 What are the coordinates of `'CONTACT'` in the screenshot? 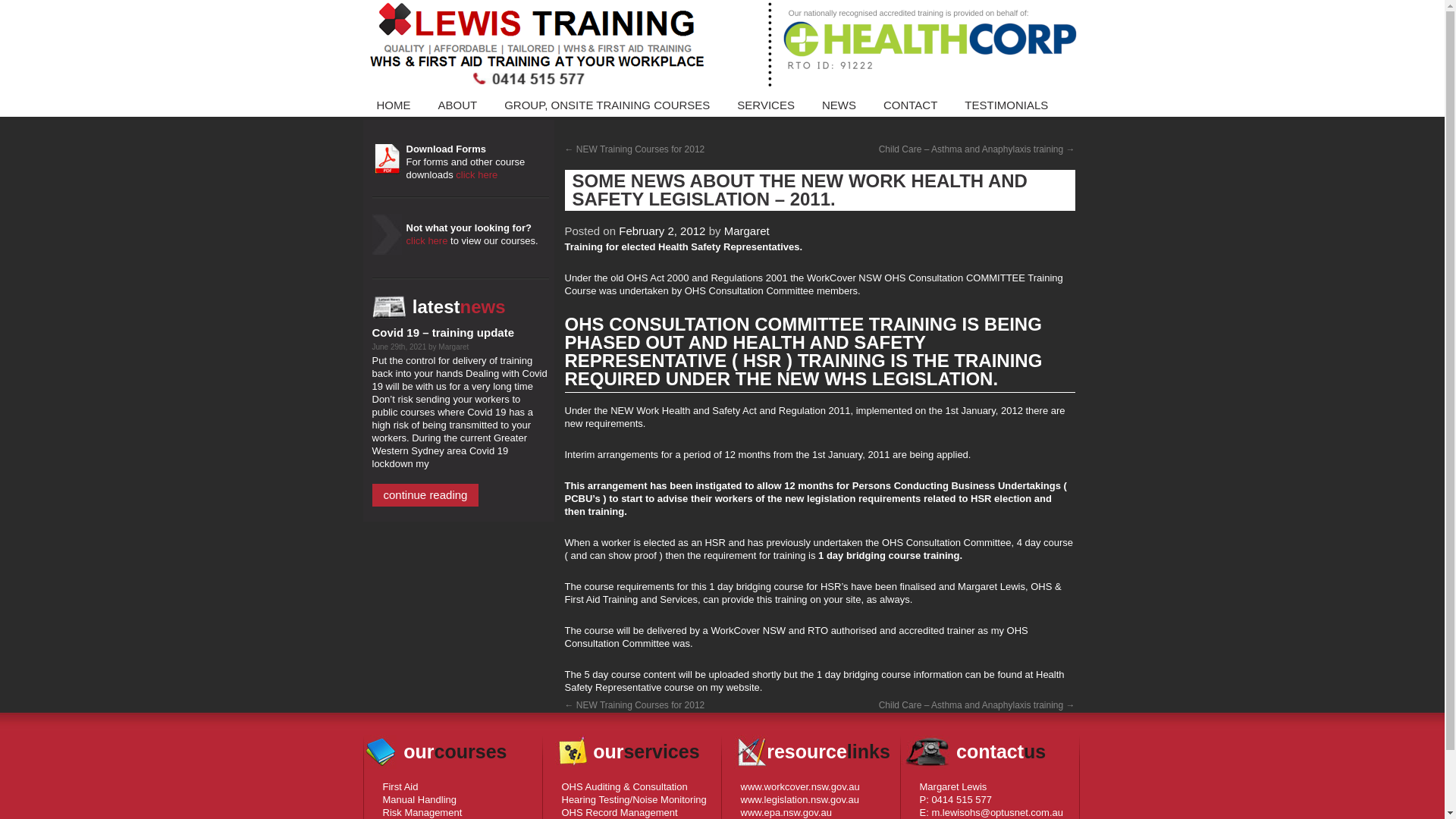 It's located at (910, 104).